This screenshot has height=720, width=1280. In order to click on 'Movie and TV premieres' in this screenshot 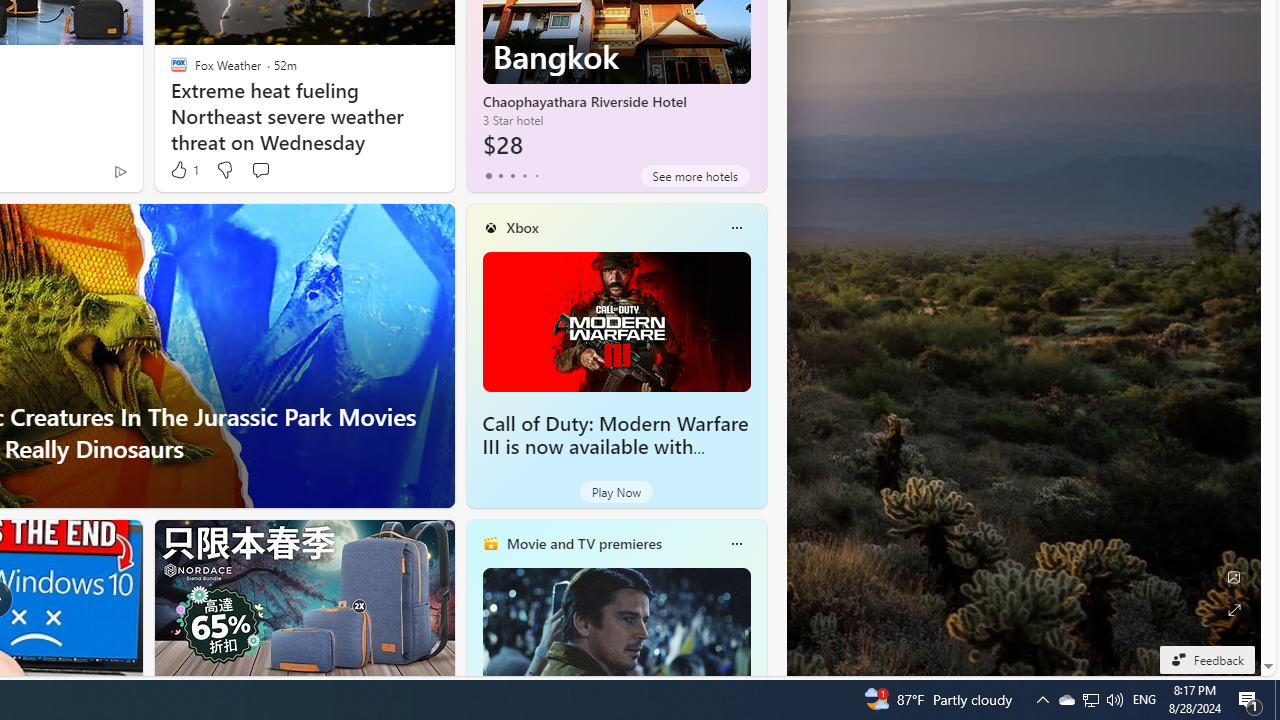, I will do `click(582, 543)`.